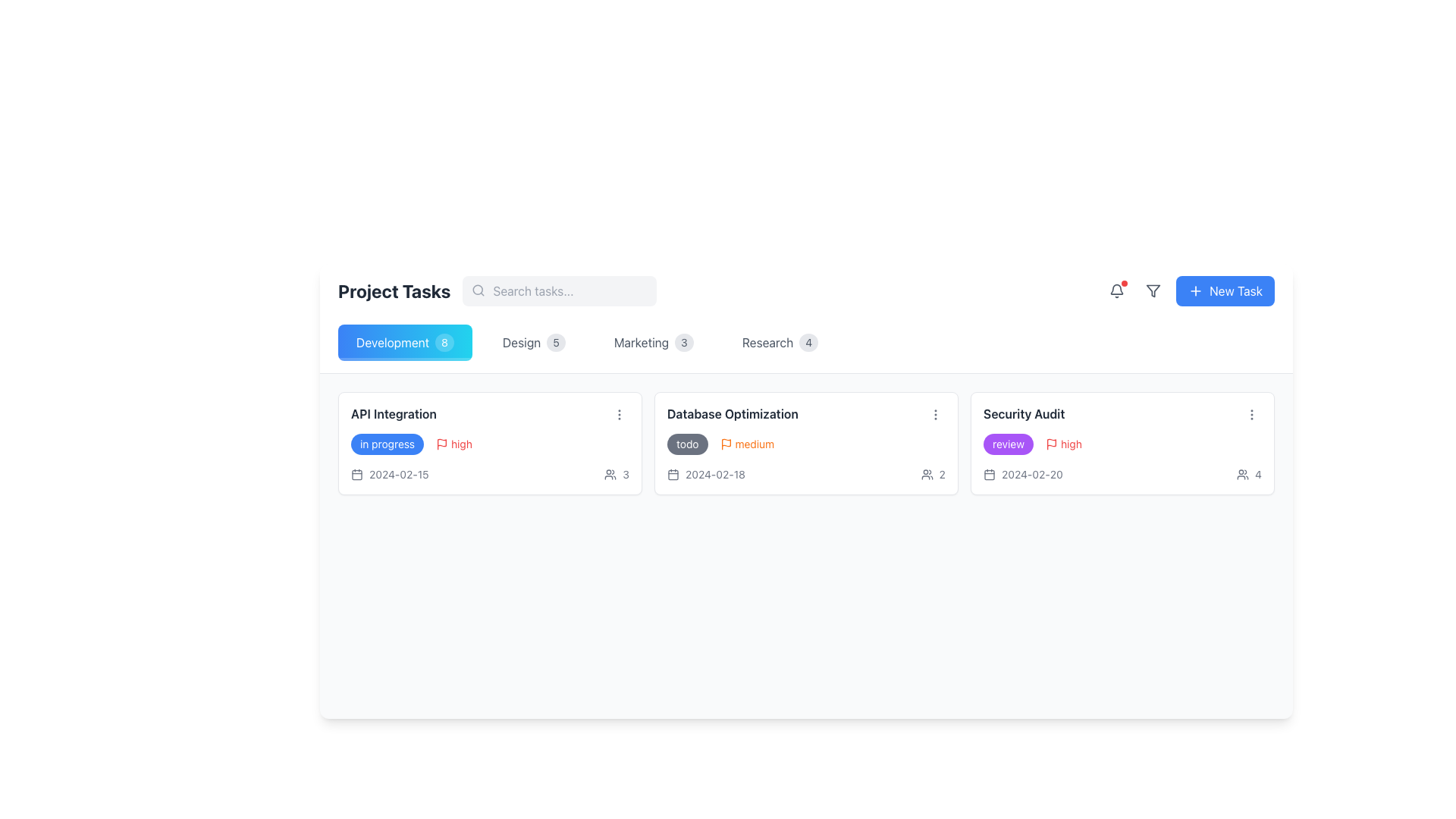  What do you see at coordinates (1153, 291) in the screenshot?
I see `the light gray filter icon button located in the top-right corner of the interface, positioned between the notification icon and the 'New Task' button` at bounding box center [1153, 291].